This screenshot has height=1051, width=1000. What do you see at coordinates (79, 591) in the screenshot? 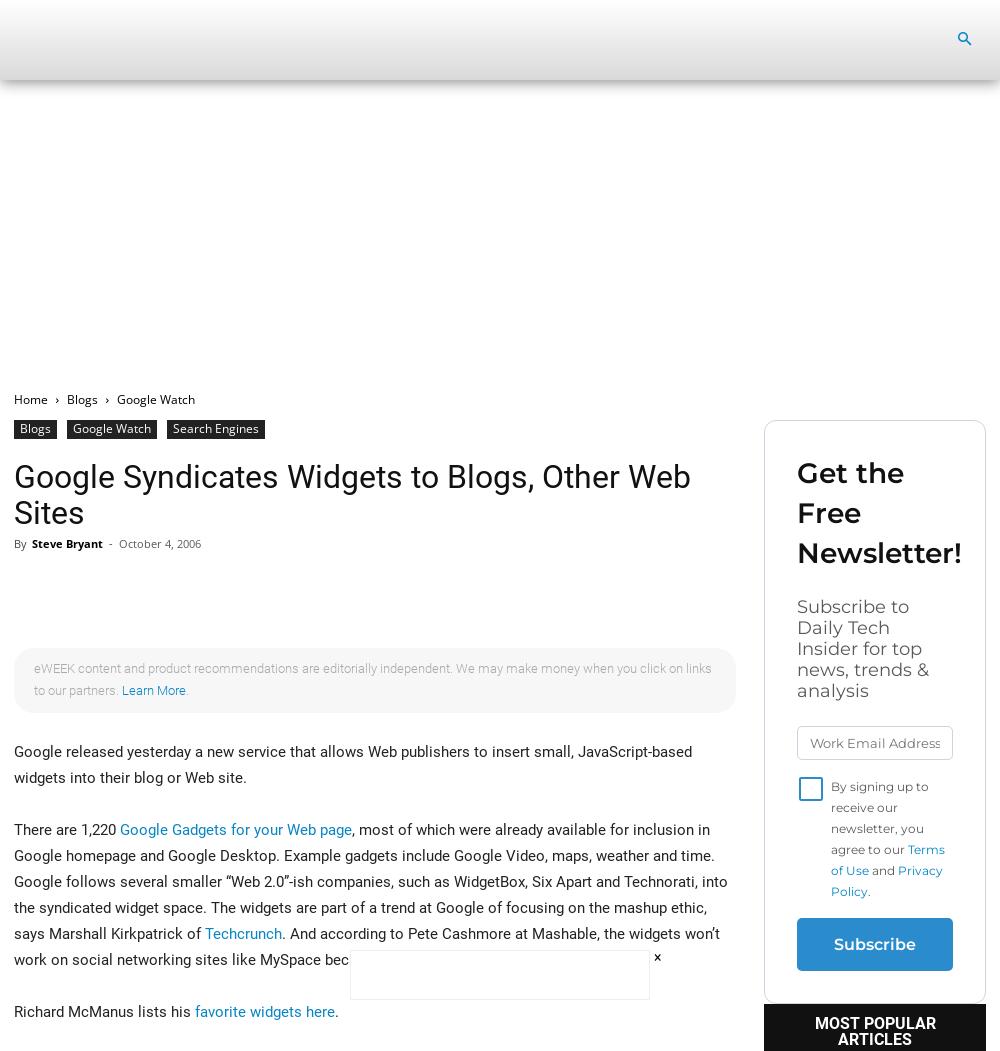
I see `'Share'` at bounding box center [79, 591].